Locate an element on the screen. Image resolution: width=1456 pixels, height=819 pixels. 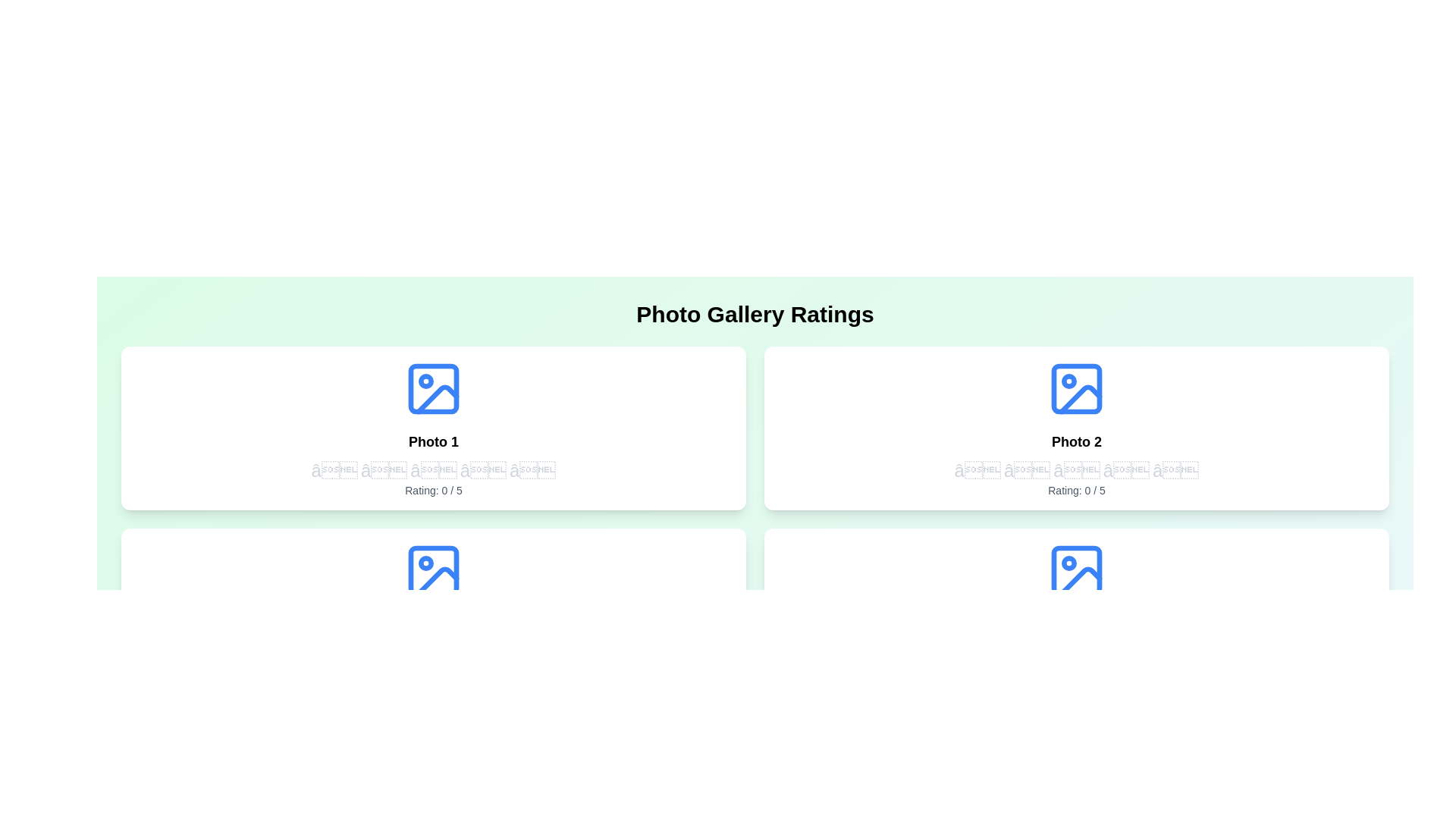
the photo icon to view the image details is located at coordinates (432, 388).